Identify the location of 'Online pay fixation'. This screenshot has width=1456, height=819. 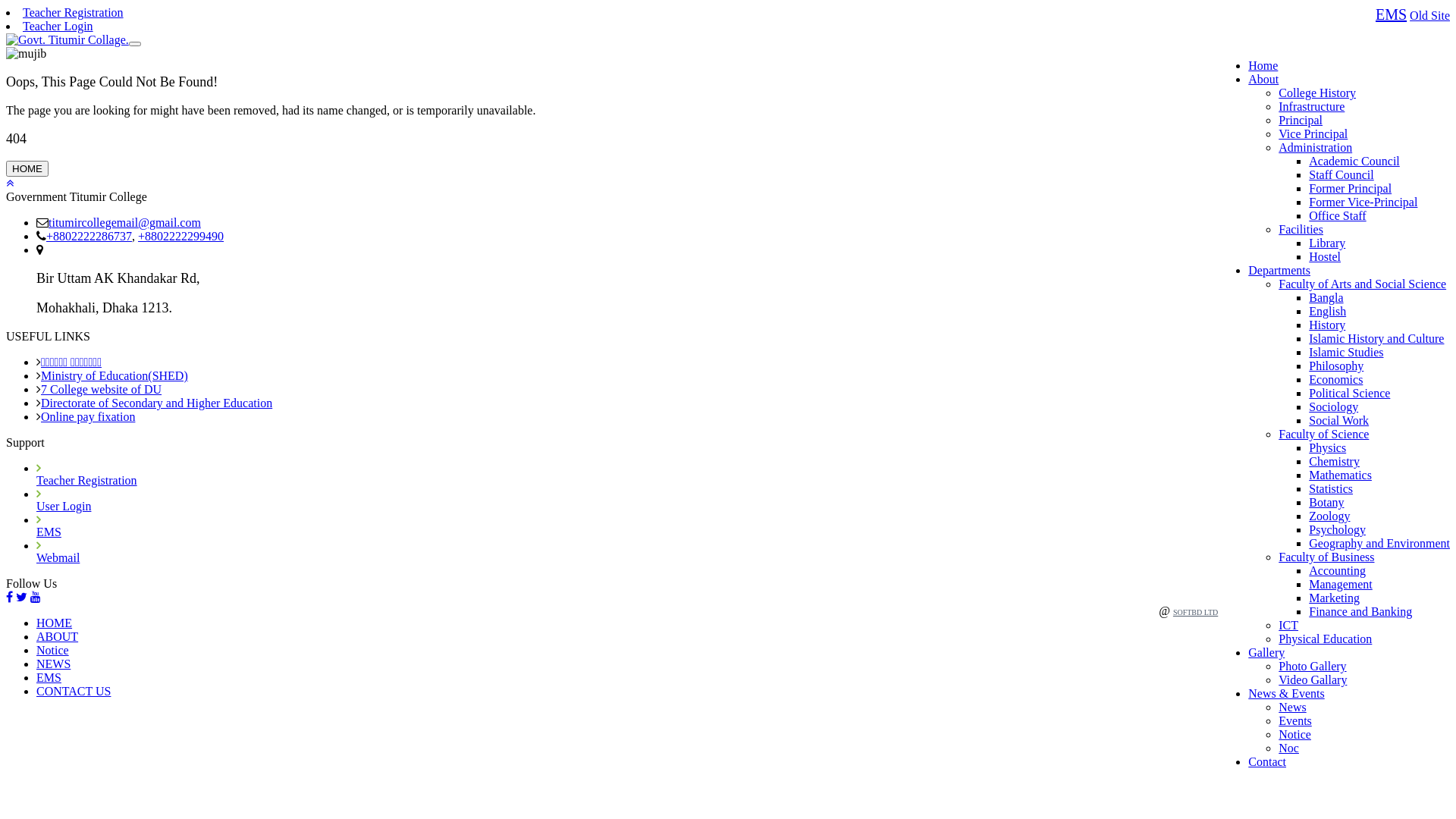
(86, 416).